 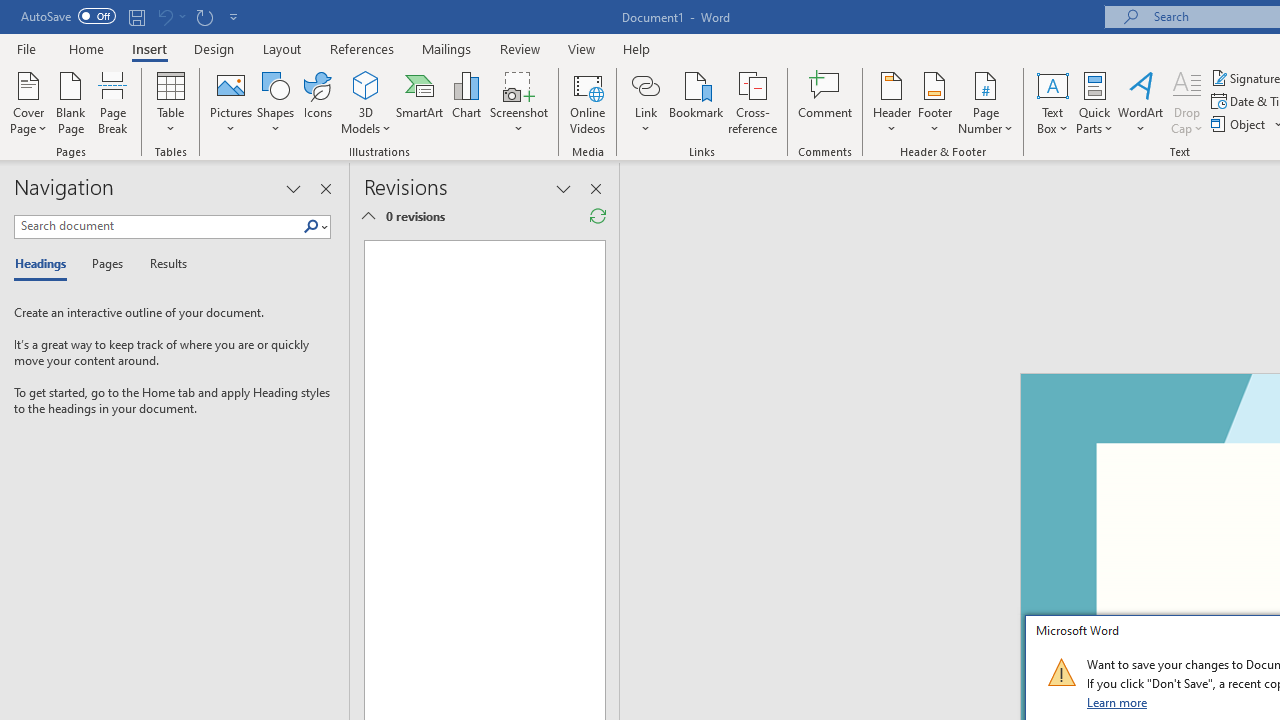 What do you see at coordinates (71, 103) in the screenshot?
I see `'Blank Page'` at bounding box center [71, 103].